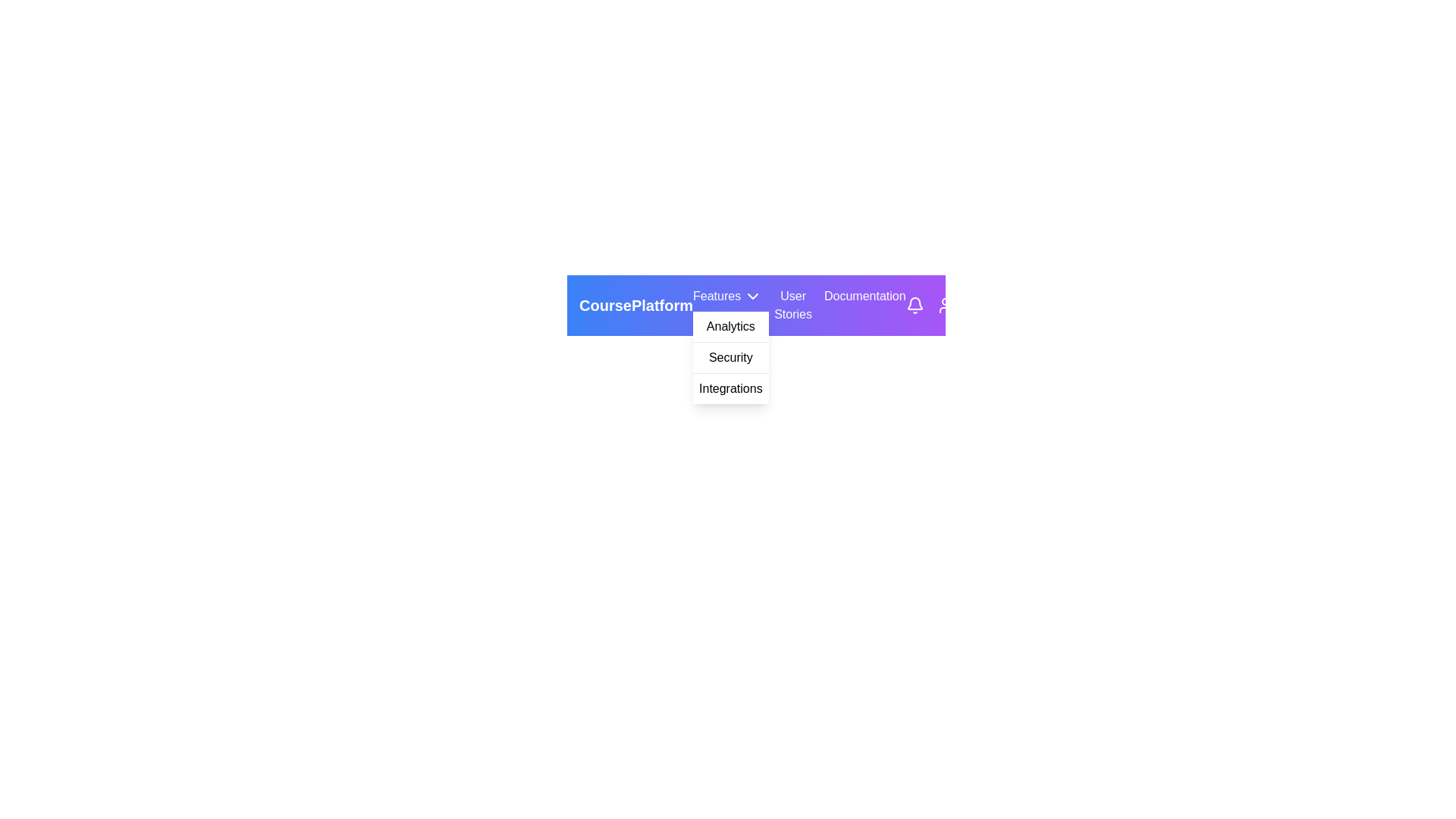 The width and height of the screenshot is (1456, 819). Describe the element at coordinates (730, 357) in the screenshot. I see `the 'Security' option in the dropdown menu under the 'Features' category located in the header of the interface` at that location.